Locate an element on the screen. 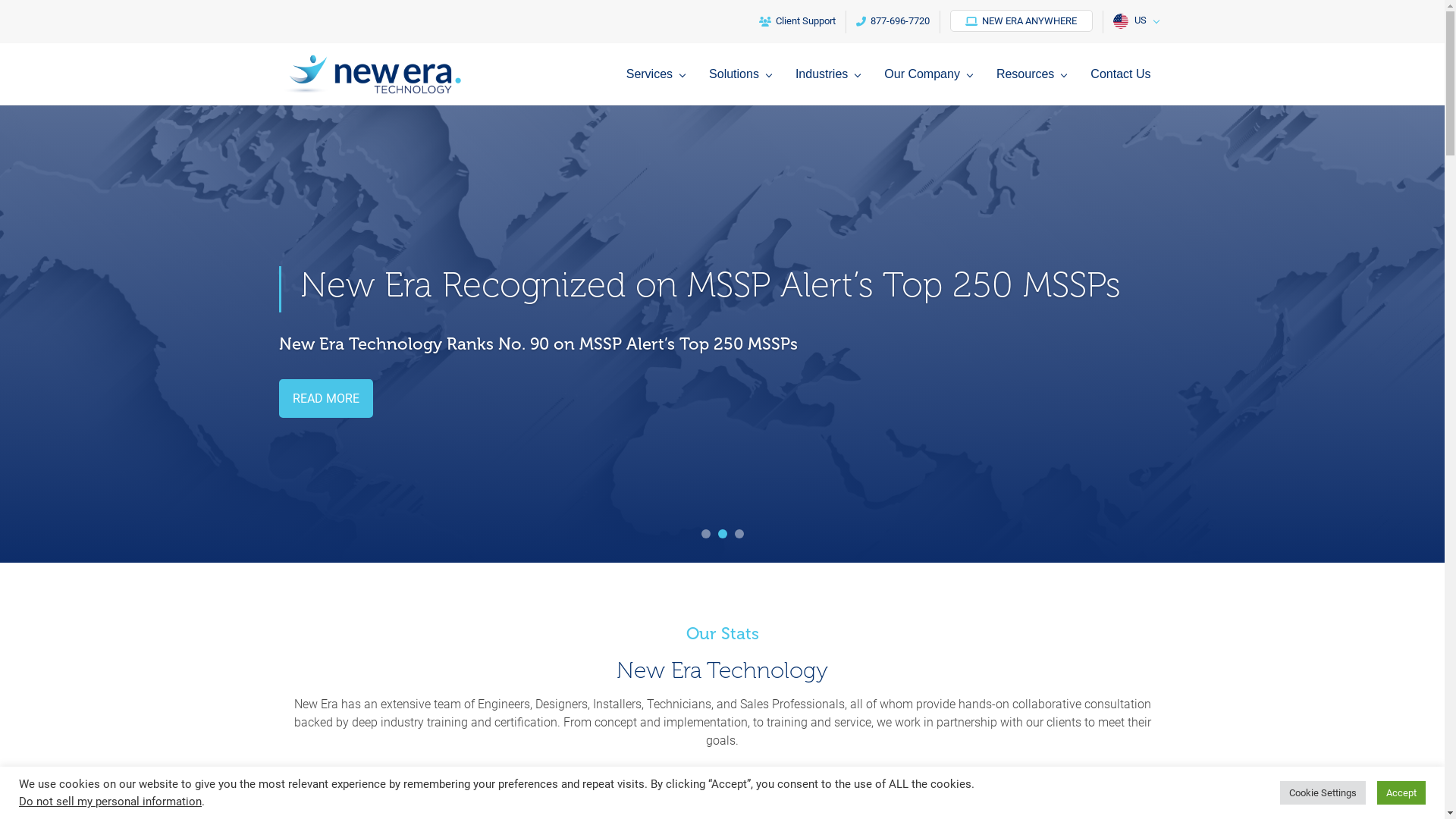 This screenshot has height=819, width=1456. 'Cookie Settings' is located at coordinates (1322, 792).